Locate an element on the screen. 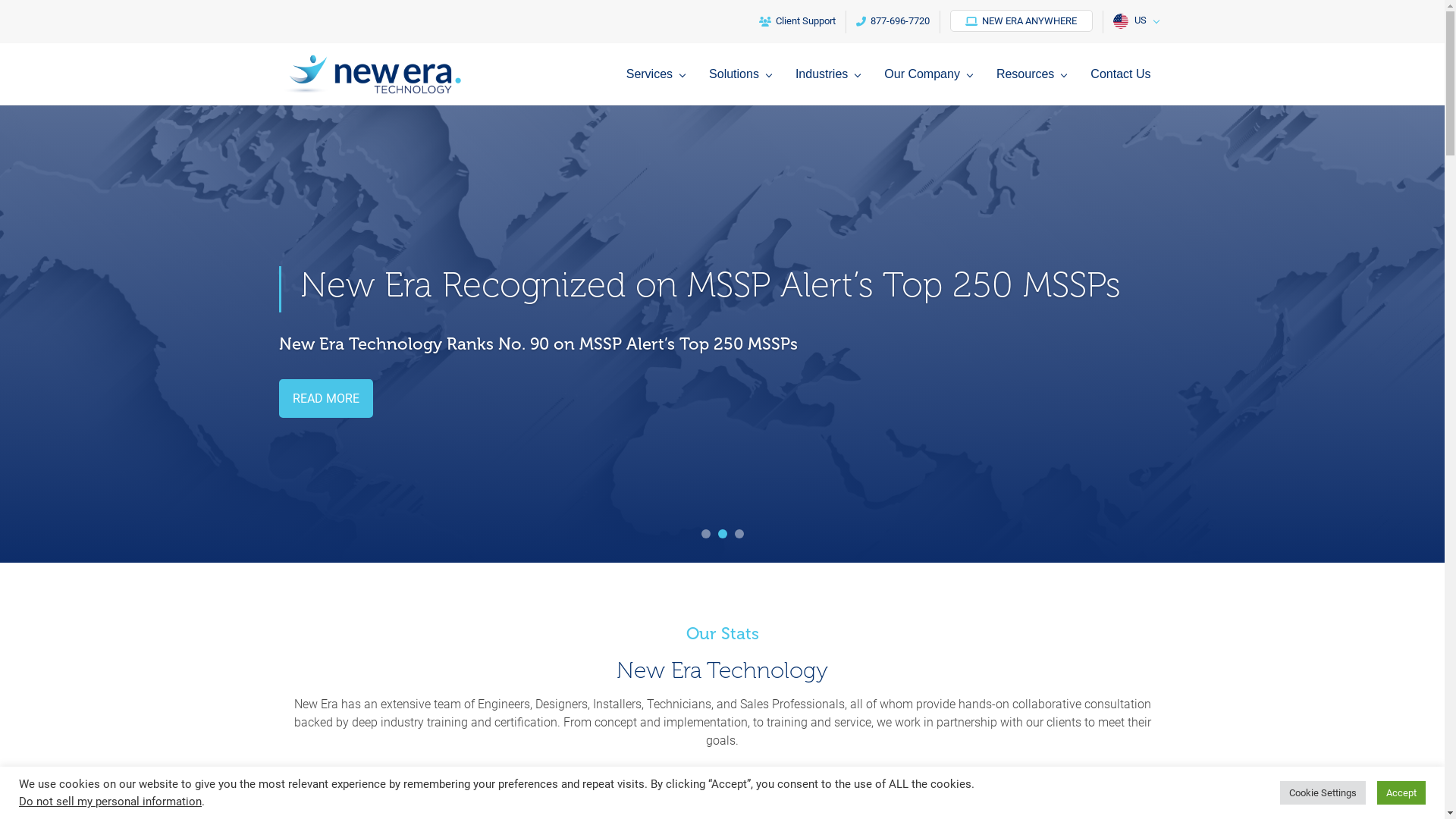 This screenshot has height=819, width=1456. 'Cookie Settings' is located at coordinates (1322, 792).